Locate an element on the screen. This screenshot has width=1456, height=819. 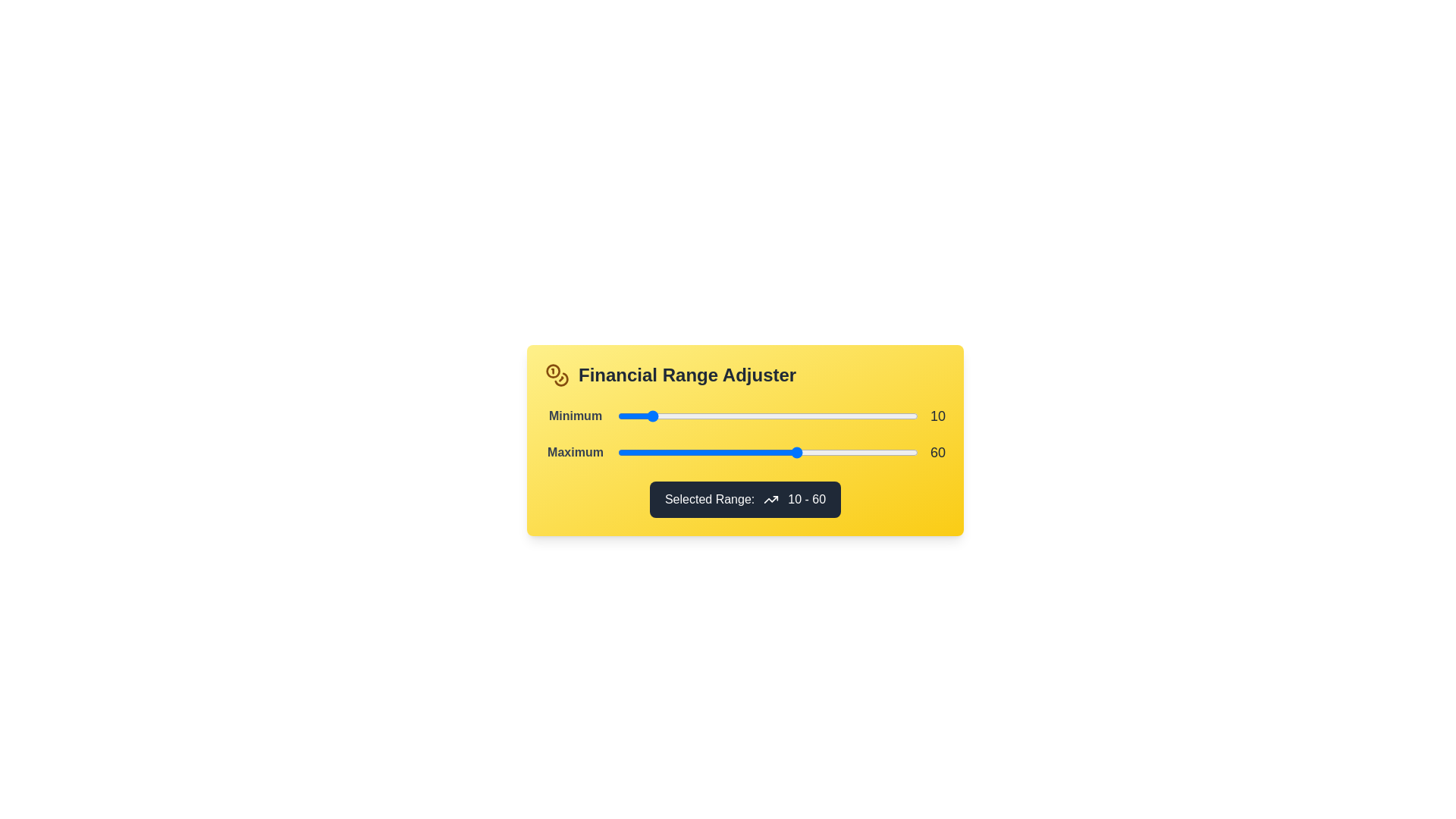
the 'Maximum' range slider to 13 is located at coordinates (657, 452).